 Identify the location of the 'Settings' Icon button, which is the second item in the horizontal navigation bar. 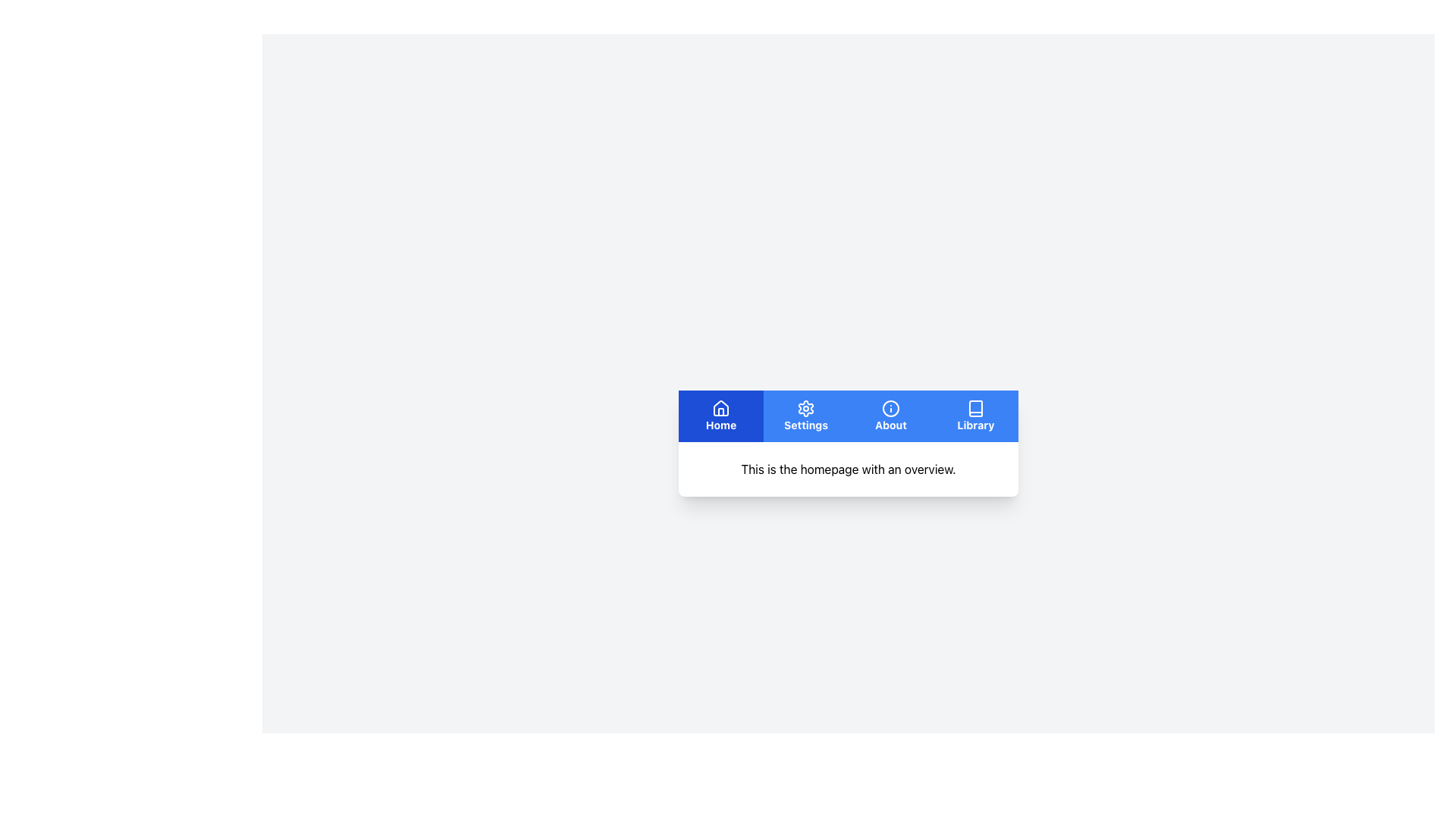
(805, 408).